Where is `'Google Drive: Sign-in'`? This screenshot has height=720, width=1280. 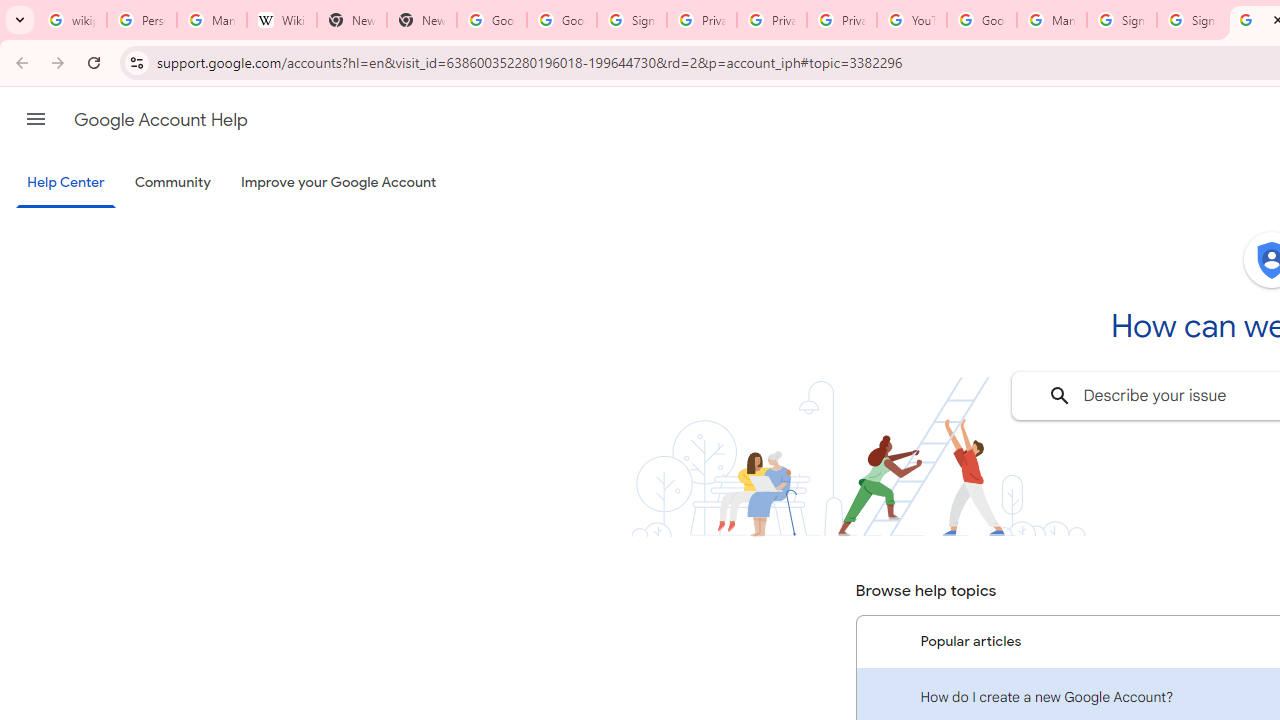 'Google Drive: Sign-in' is located at coordinates (560, 20).